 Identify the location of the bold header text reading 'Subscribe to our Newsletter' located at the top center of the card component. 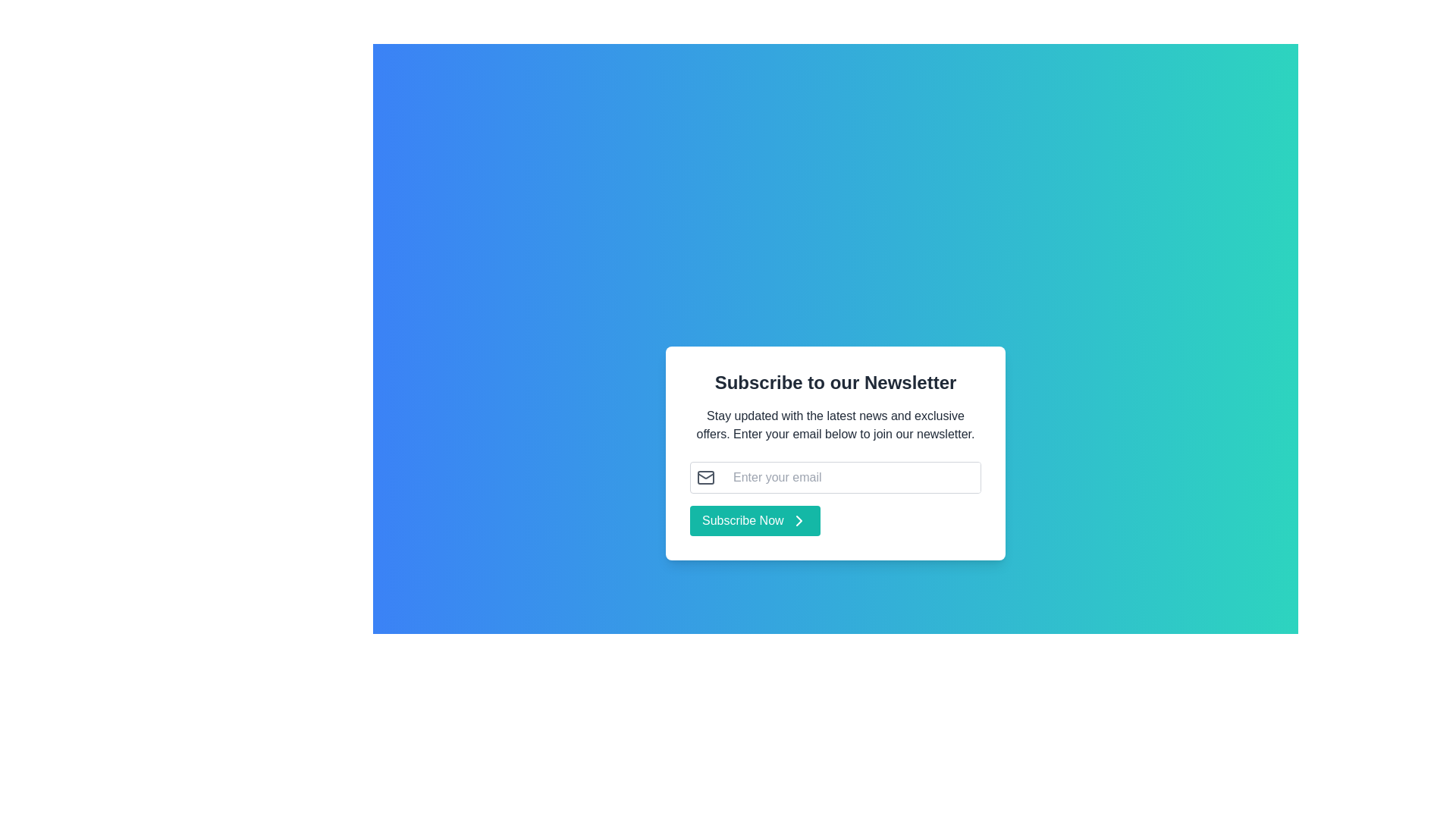
(835, 382).